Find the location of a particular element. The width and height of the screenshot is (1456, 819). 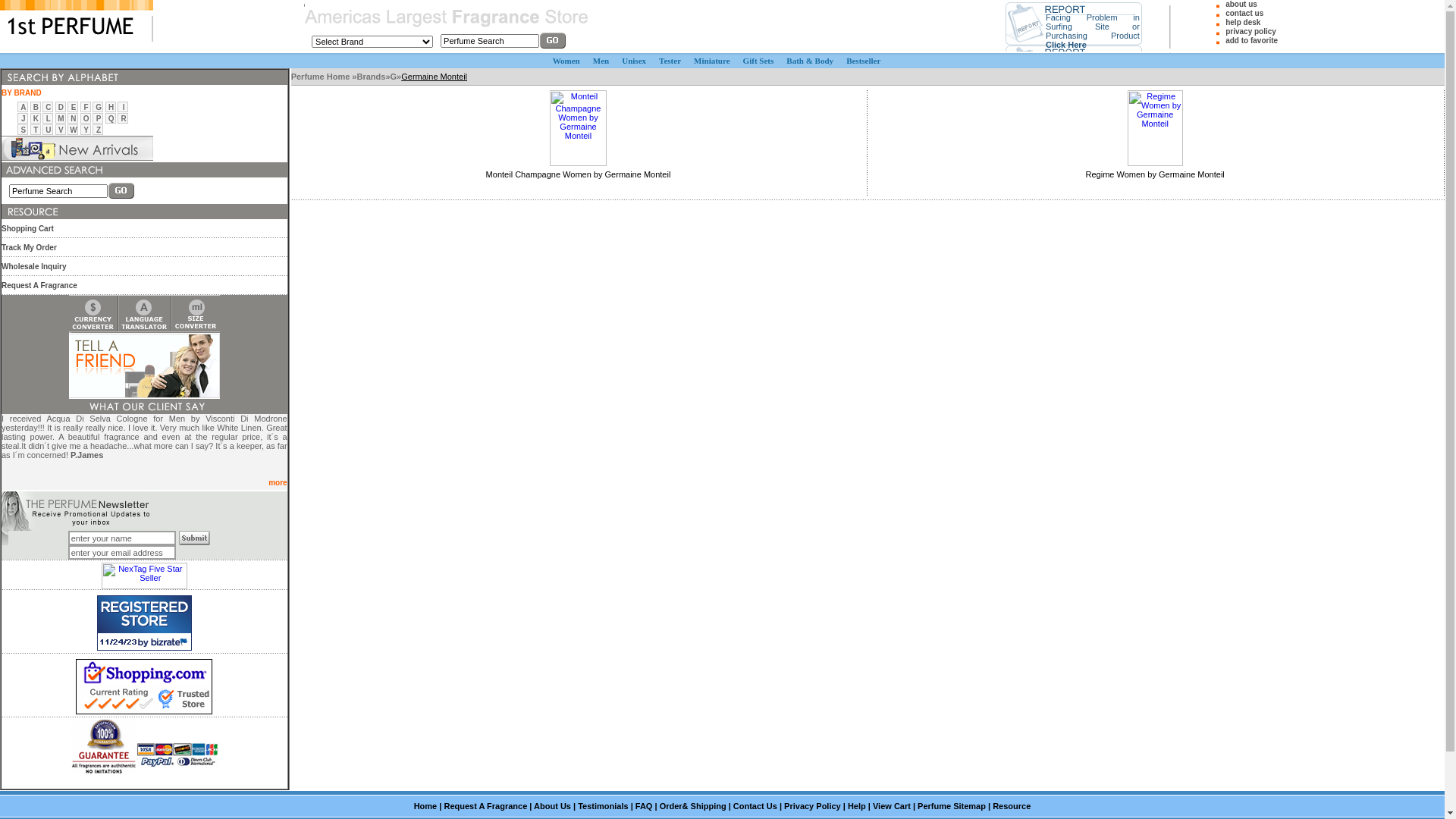

'cheap perfume' is located at coordinates (303, 34).